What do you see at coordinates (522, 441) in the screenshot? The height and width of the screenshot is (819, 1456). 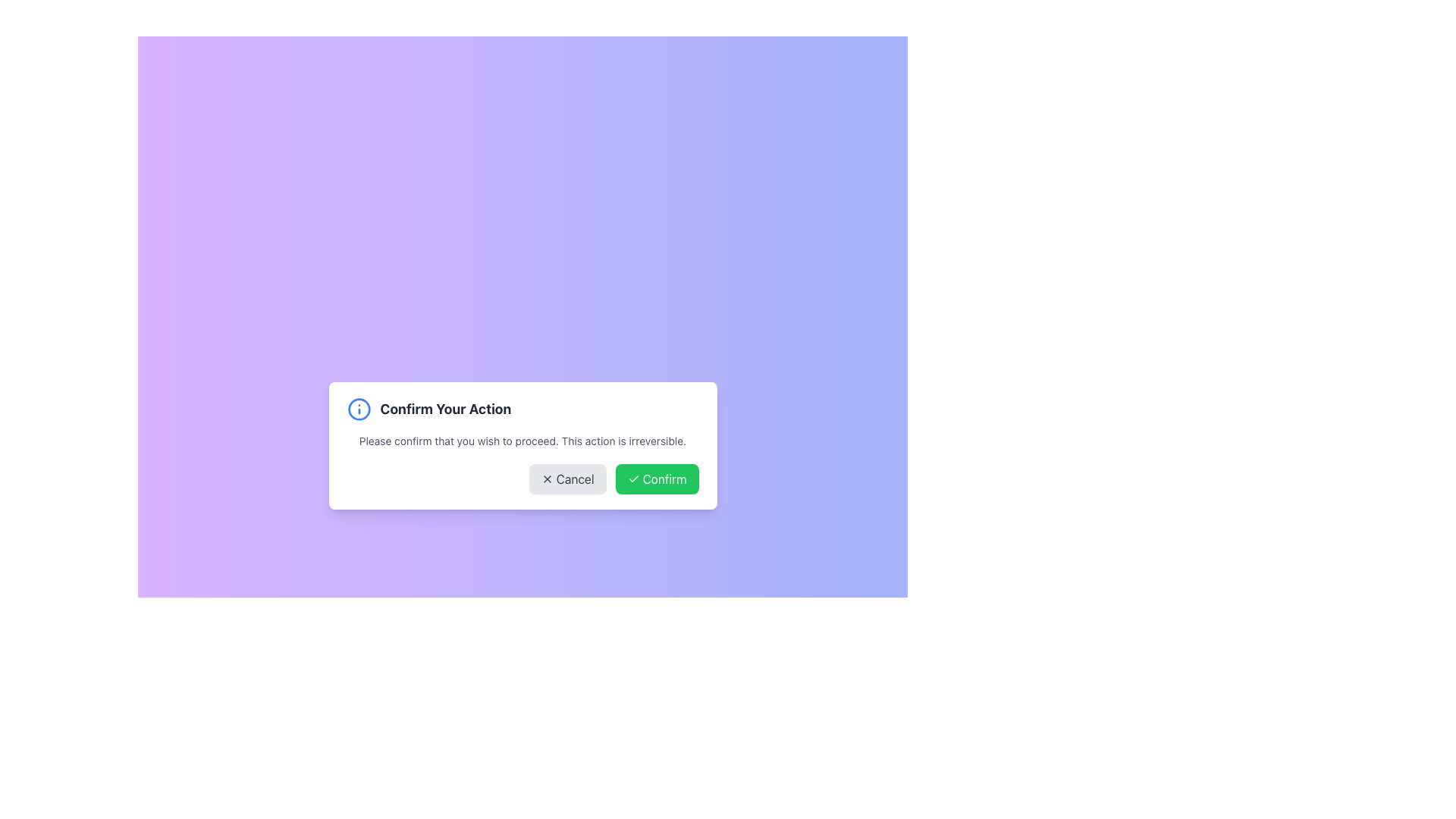 I see `informational text block that contains the message 'Please confirm that you wish to proceed. This action is irreversible.' positioned below the title 'Confirm Your Action' in the central confirmation dialog box` at bounding box center [522, 441].